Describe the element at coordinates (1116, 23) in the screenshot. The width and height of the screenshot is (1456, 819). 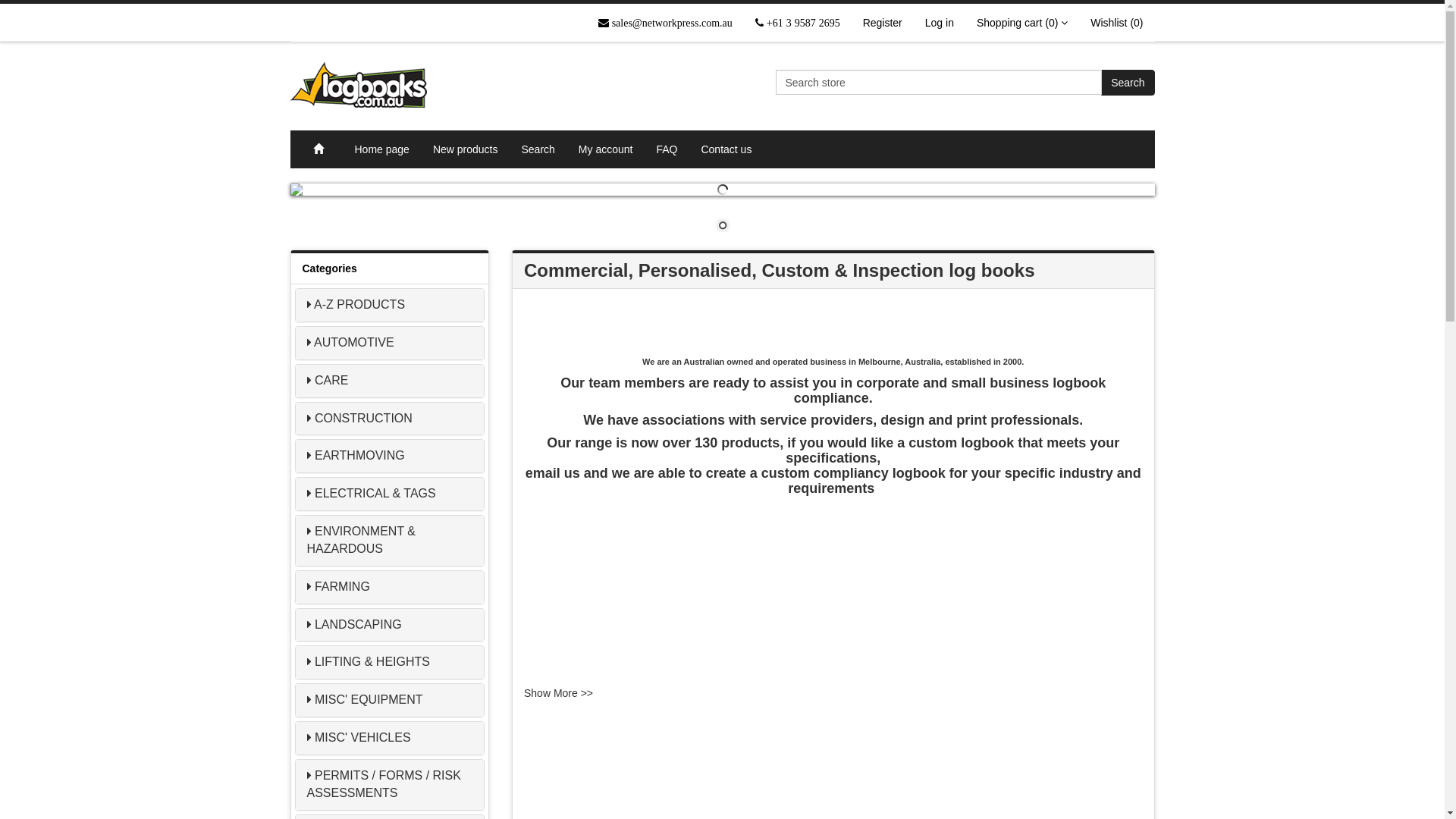
I see `'Wishlist (0)'` at that location.